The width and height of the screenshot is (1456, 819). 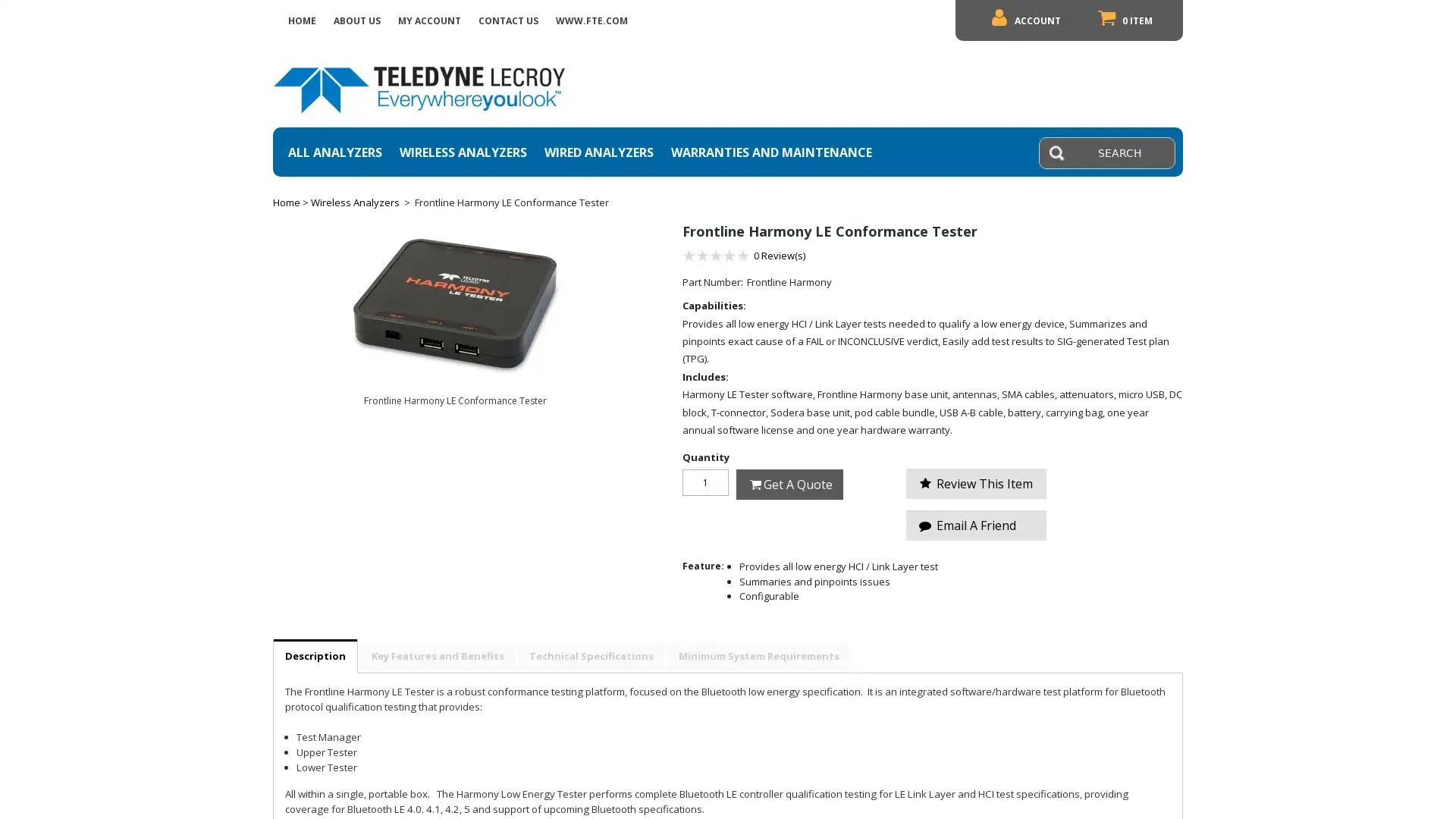 I want to click on Email A Friend, so click(x=976, y=525).